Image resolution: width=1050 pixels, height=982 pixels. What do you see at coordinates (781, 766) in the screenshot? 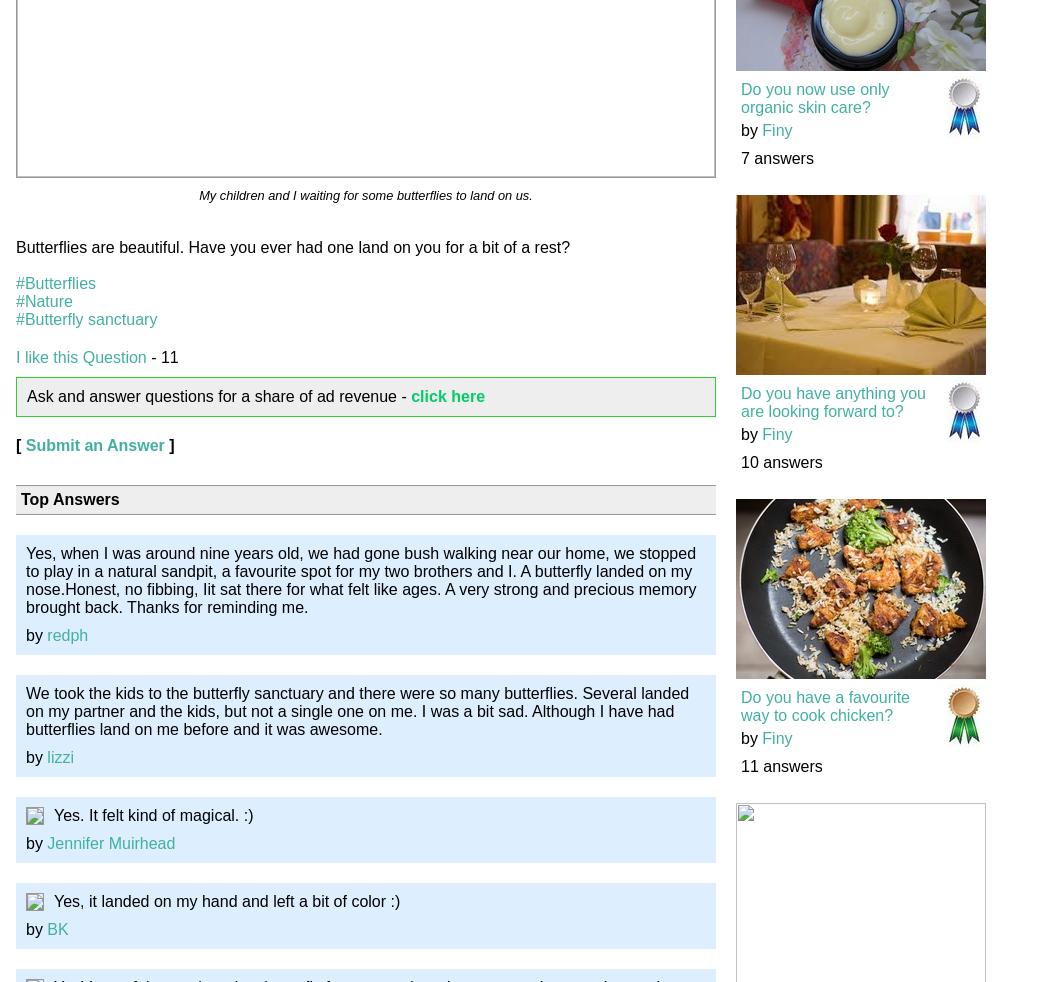
I see `'11 answers'` at bounding box center [781, 766].